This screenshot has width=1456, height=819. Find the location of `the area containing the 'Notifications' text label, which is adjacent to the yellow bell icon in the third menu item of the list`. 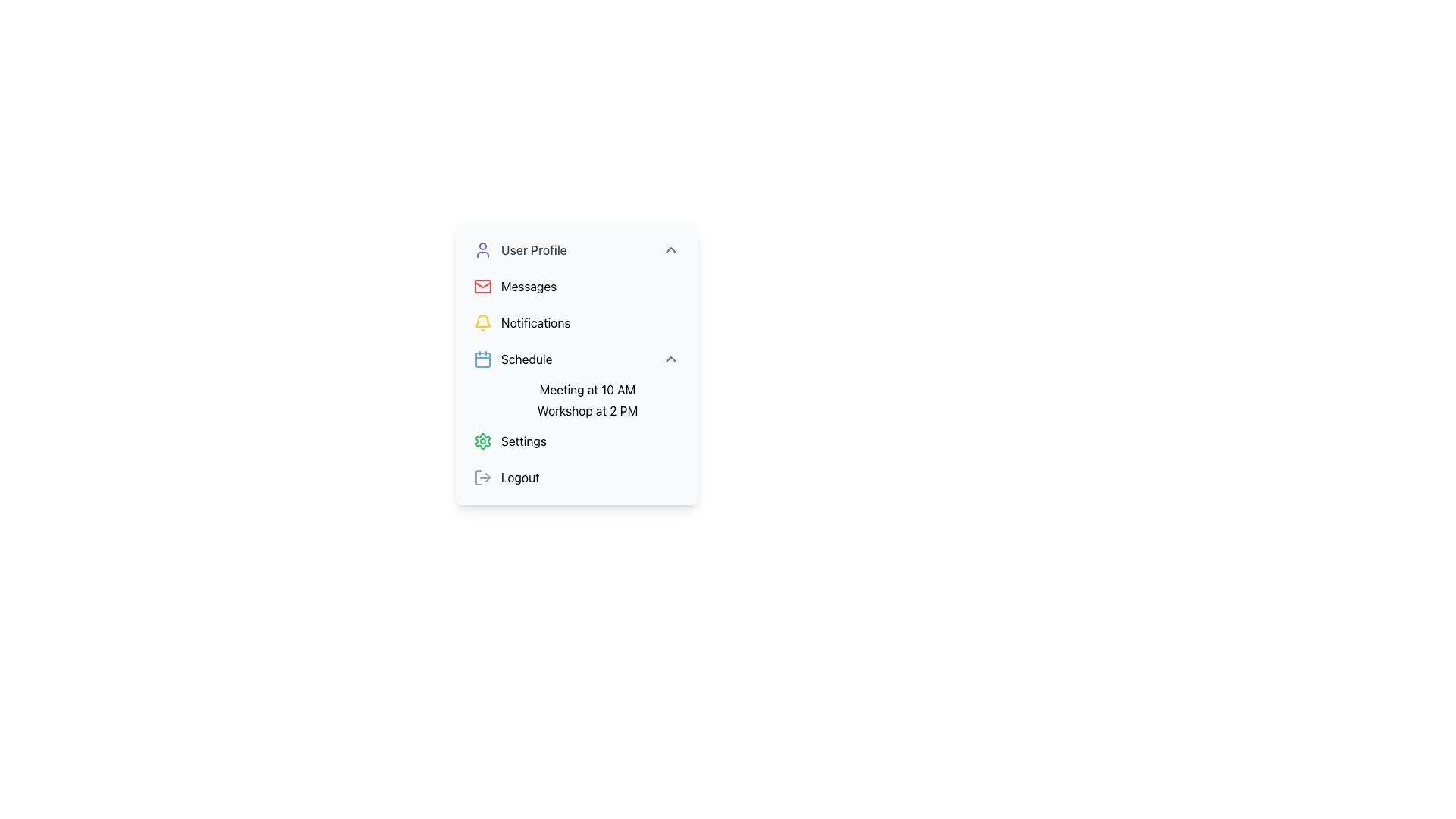

the area containing the 'Notifications' text label, which is adjacent to the yellow bell icon in the third menu item of the list is located at coordinates (535, 322).